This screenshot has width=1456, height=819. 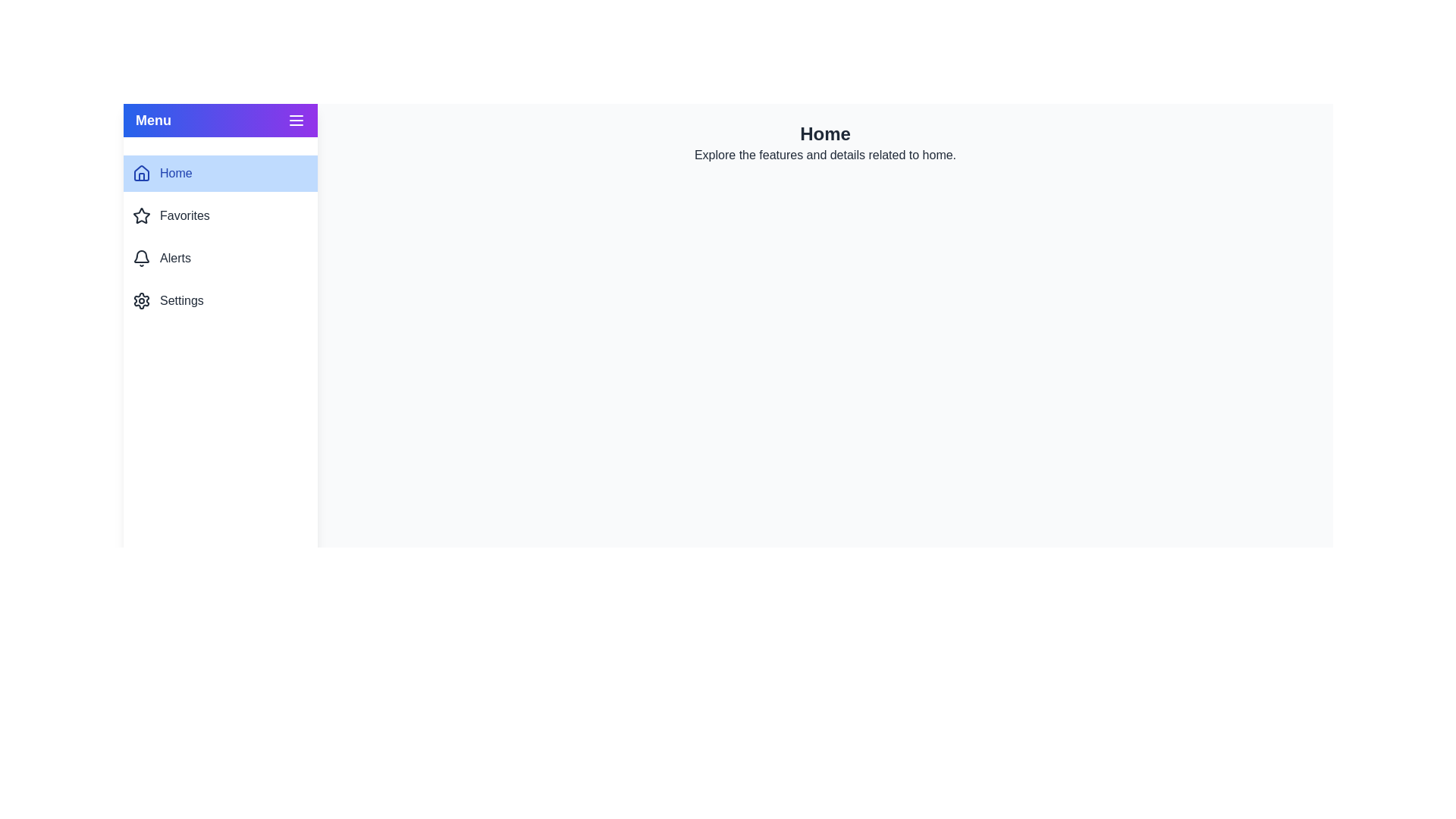 I want to click on the Icon Button located at the far right side of the header bar, adjacent to the text label 'Menu', so click(x=296, y=119).